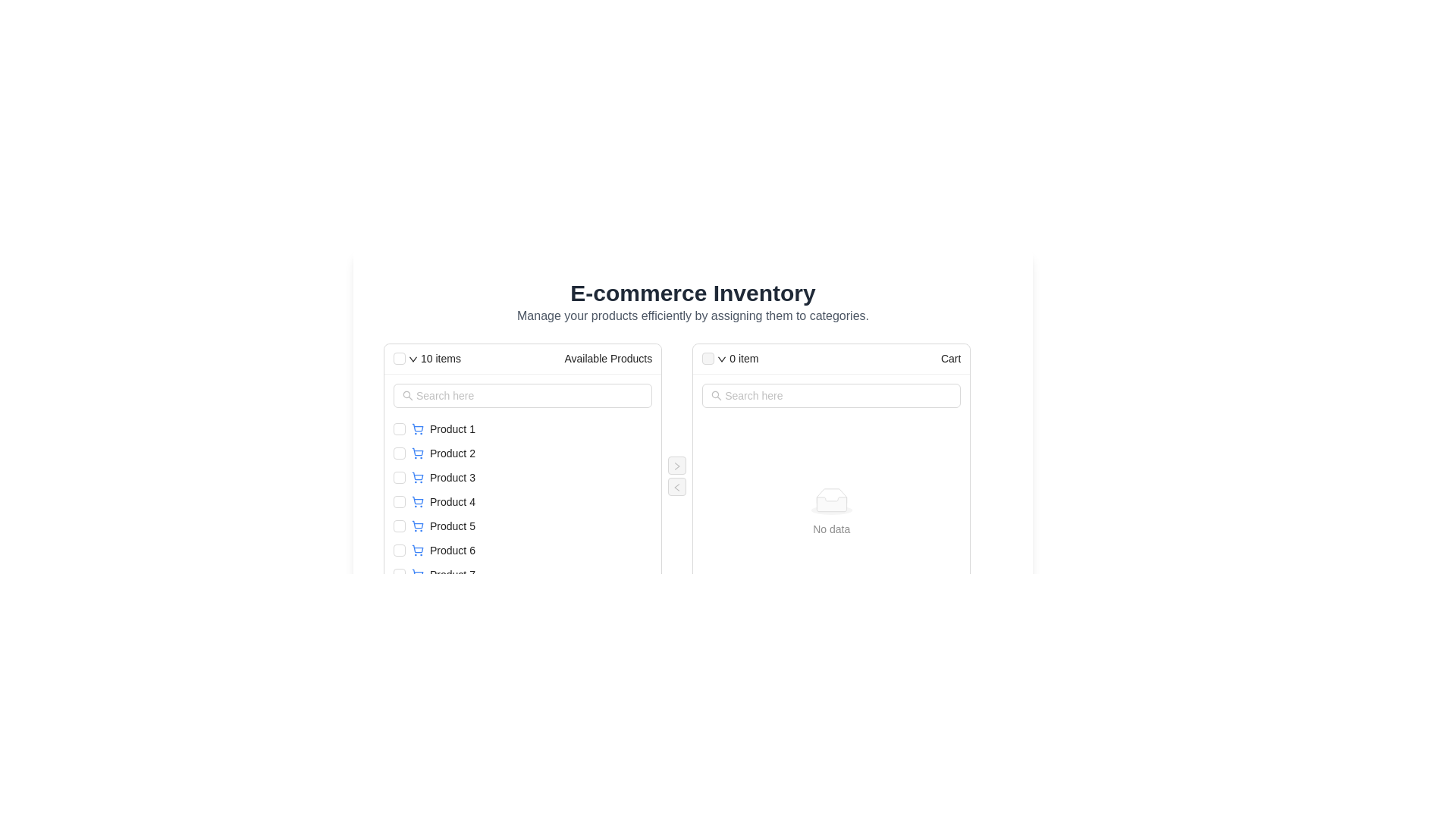  Describe the element at coordinates (744, 359) in the screenshot. I see `the label displaying '0 item' located in the header of the right section labeled 'Cart', which is positioned immediately after an arrow-like dropdown icon` at that location.